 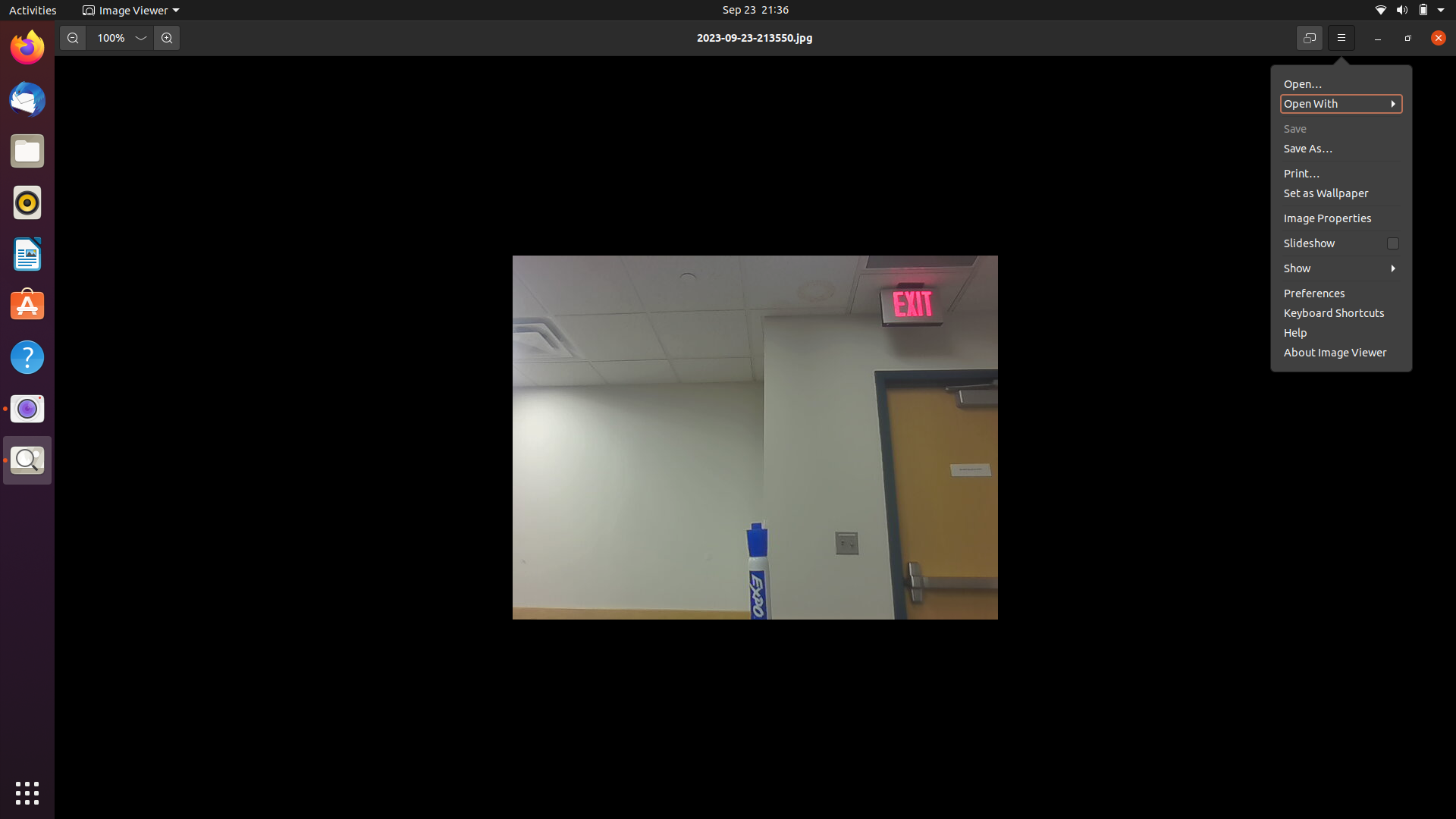 What do you see at coordinates (71, 37) in the screenshot?
I see `Perform two consecutive zoom-outs on the image` at bounding box center [71, 37].